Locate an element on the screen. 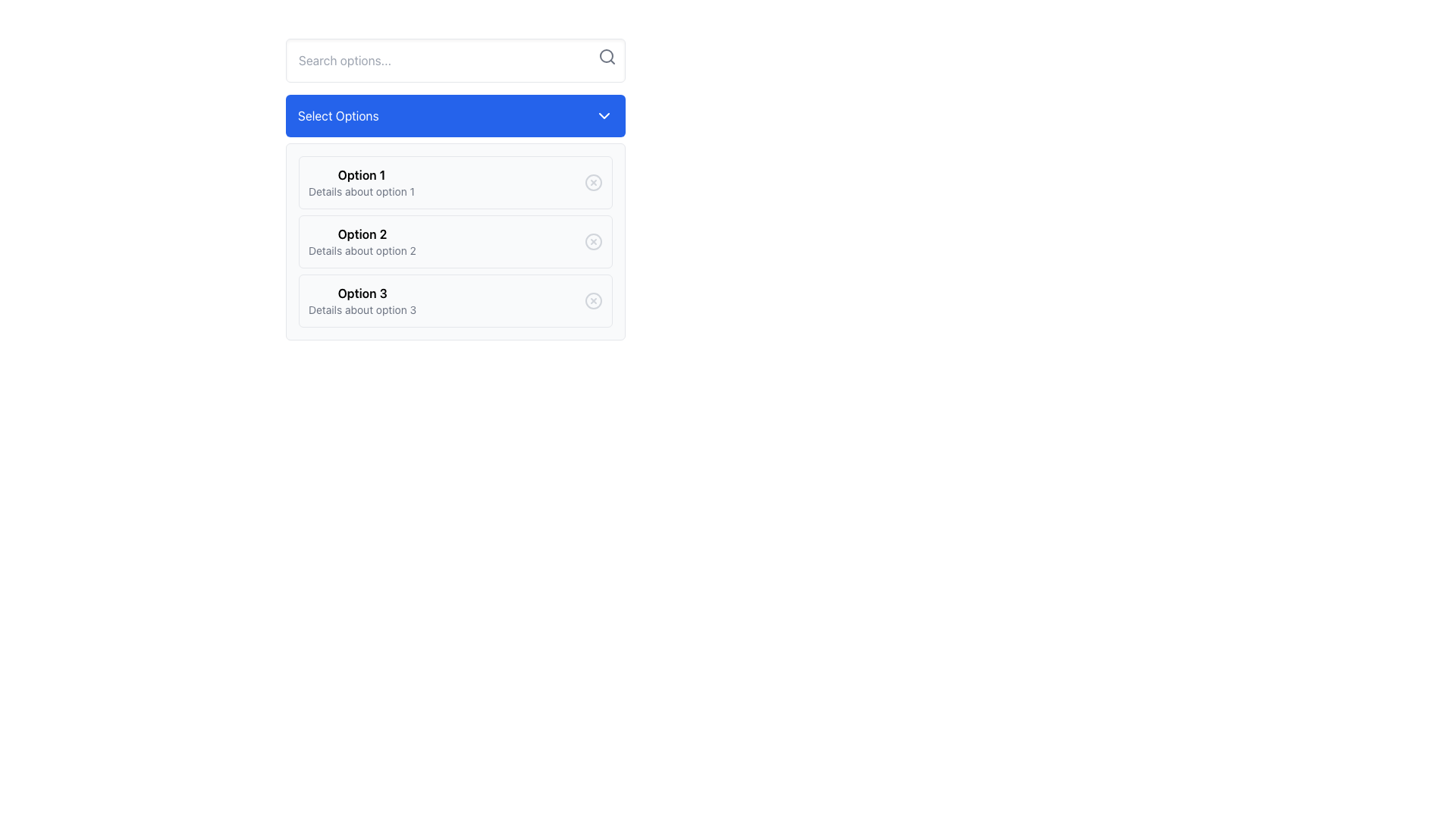  the text label displaying 'Option 3', which is the title text of the third item in a vertical list of options is located at coordinates (362, 293).